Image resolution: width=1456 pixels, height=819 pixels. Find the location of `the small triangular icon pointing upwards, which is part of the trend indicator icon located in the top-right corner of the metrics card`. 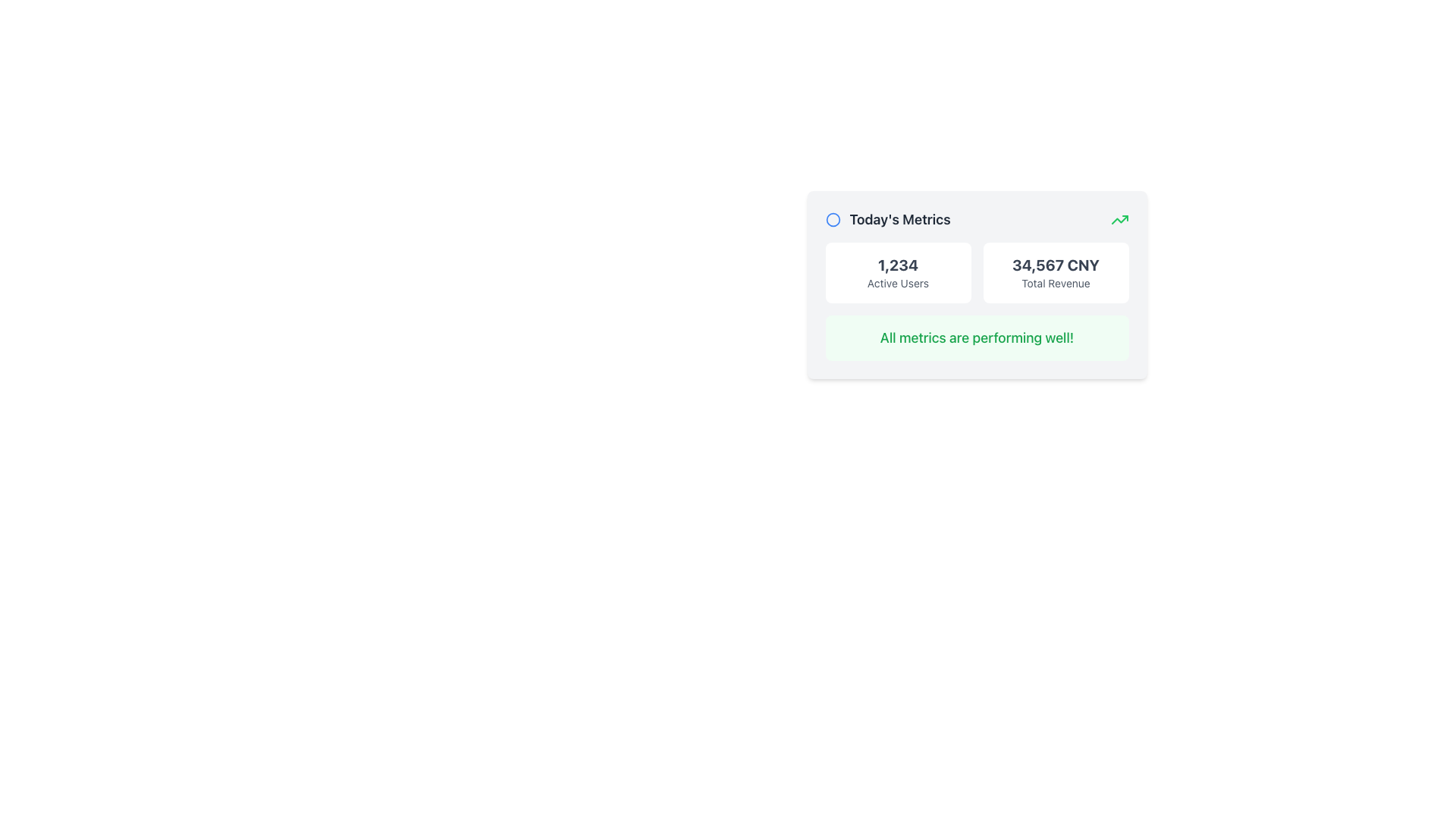

the small triangular icon pointing upwards, which is part of the trend indicator icon located in the top-right corner of the metrics card is located at coordinates (1119, 219).